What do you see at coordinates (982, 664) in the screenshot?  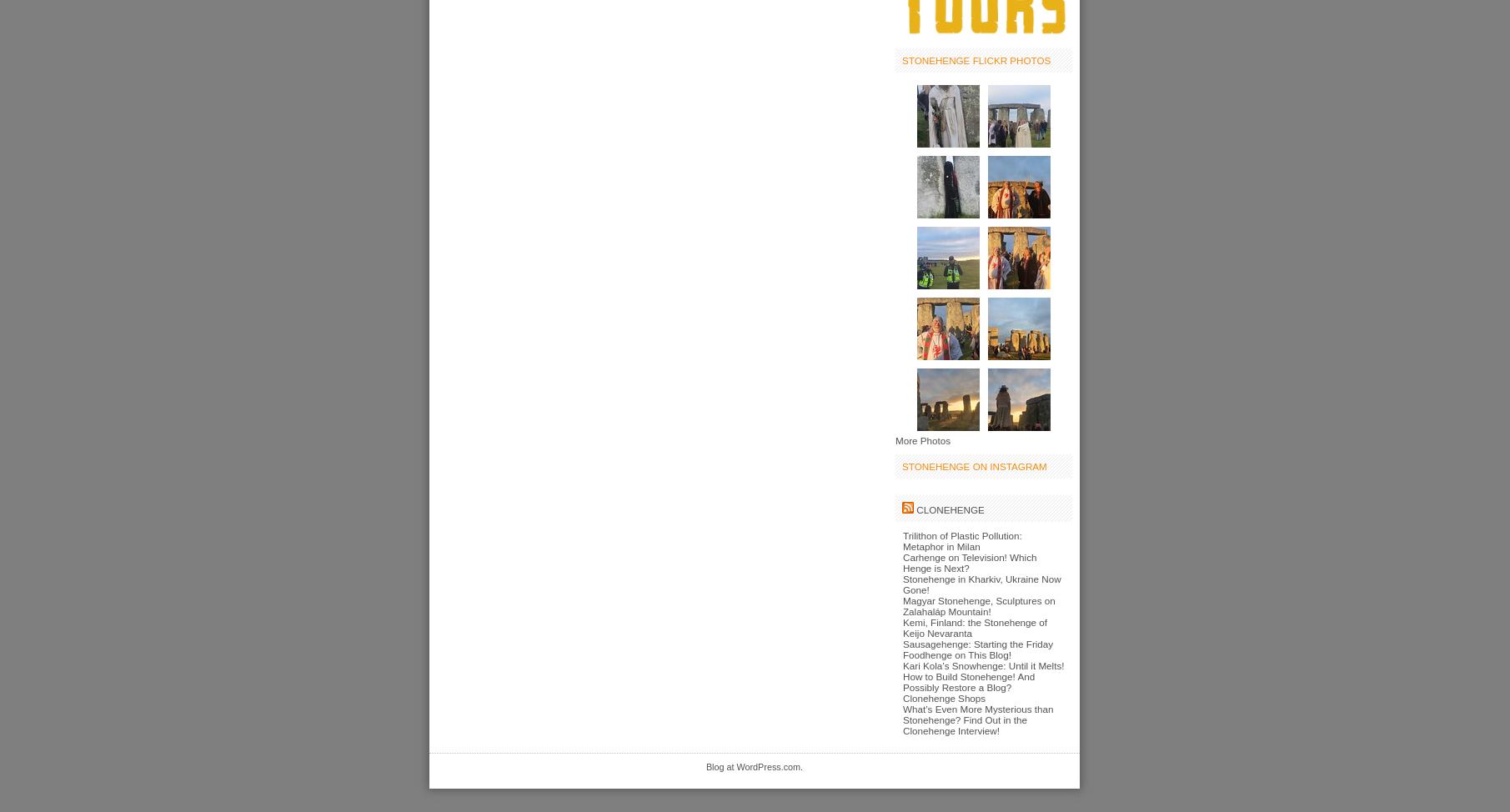 I see `'Kari Kola’s Snowhenge: Until it Melts!'` at bounding box center [982, 664].